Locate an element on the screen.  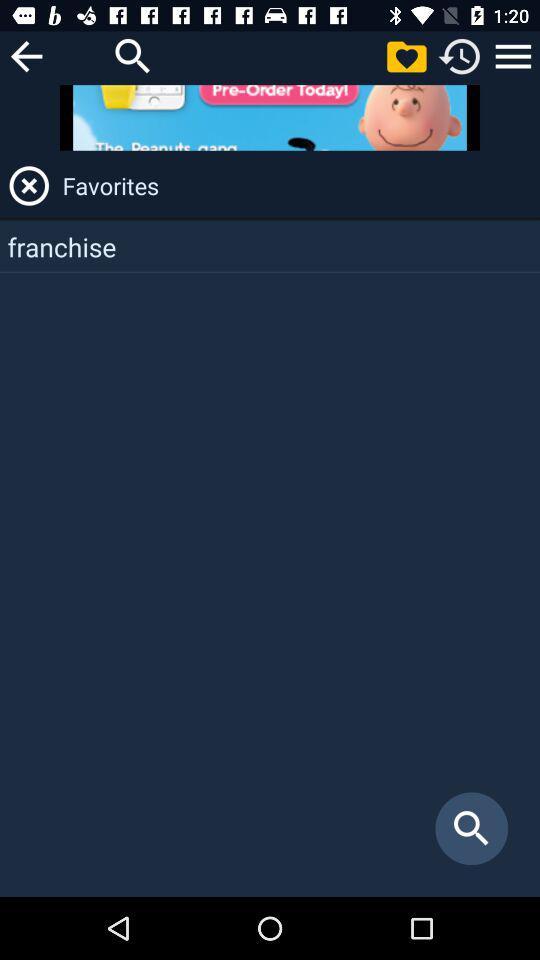
previous screen is located at coordinates (25, 55).